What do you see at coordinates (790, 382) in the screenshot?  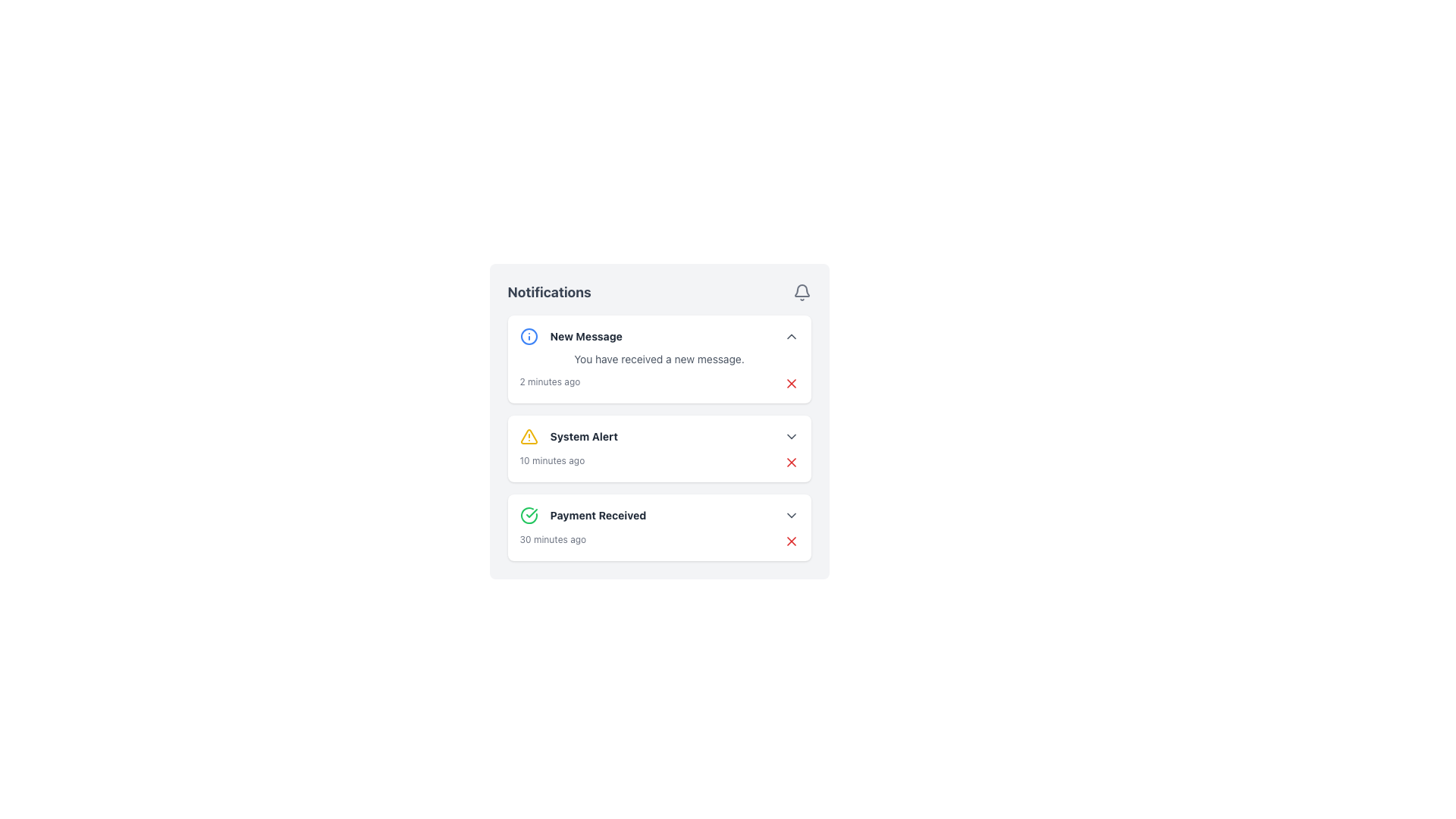 I see `the red 'X' icon` at bounding box center [790, 382].